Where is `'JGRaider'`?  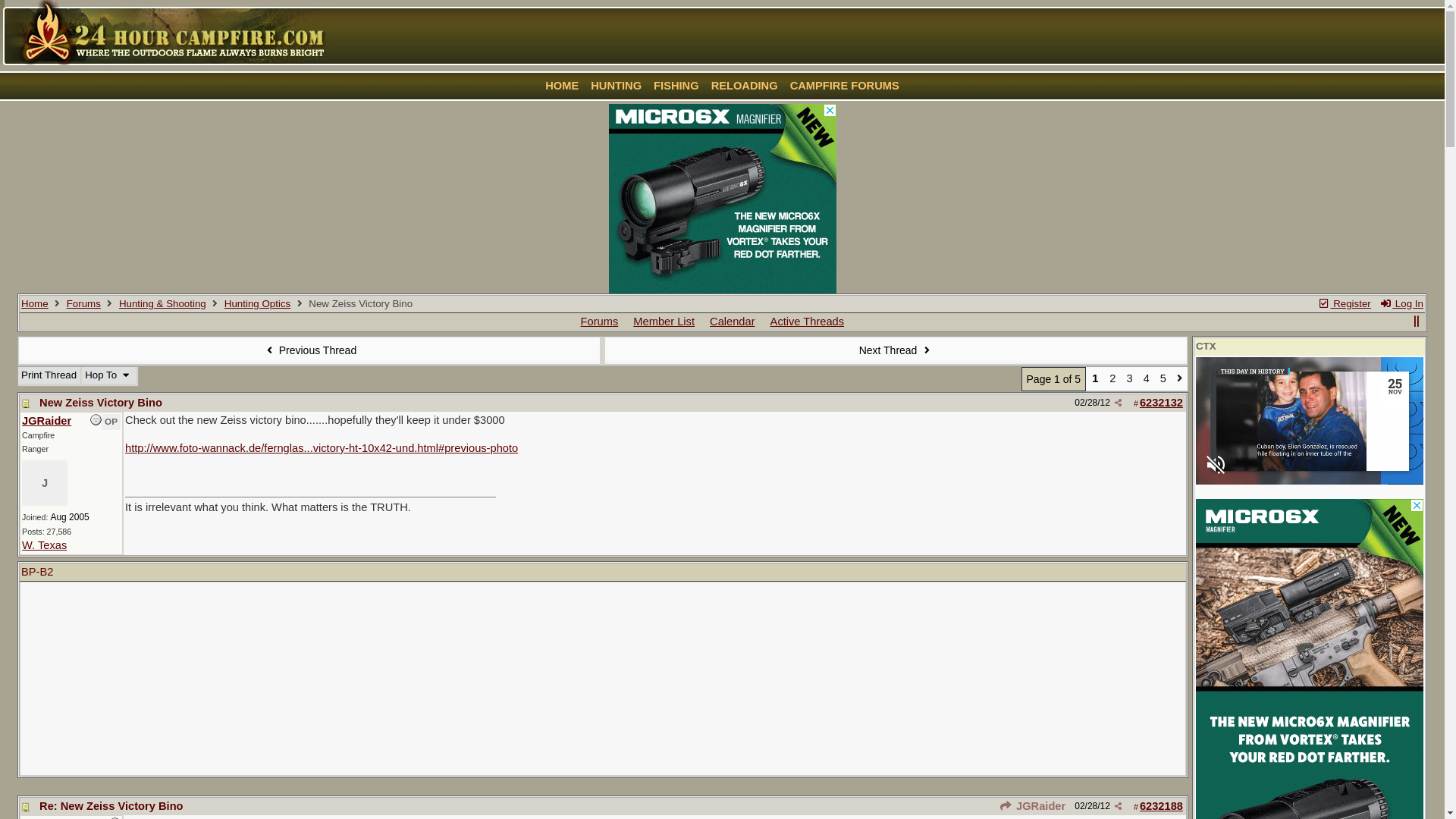
'JGRaider' is located at coordinates (46, 421).